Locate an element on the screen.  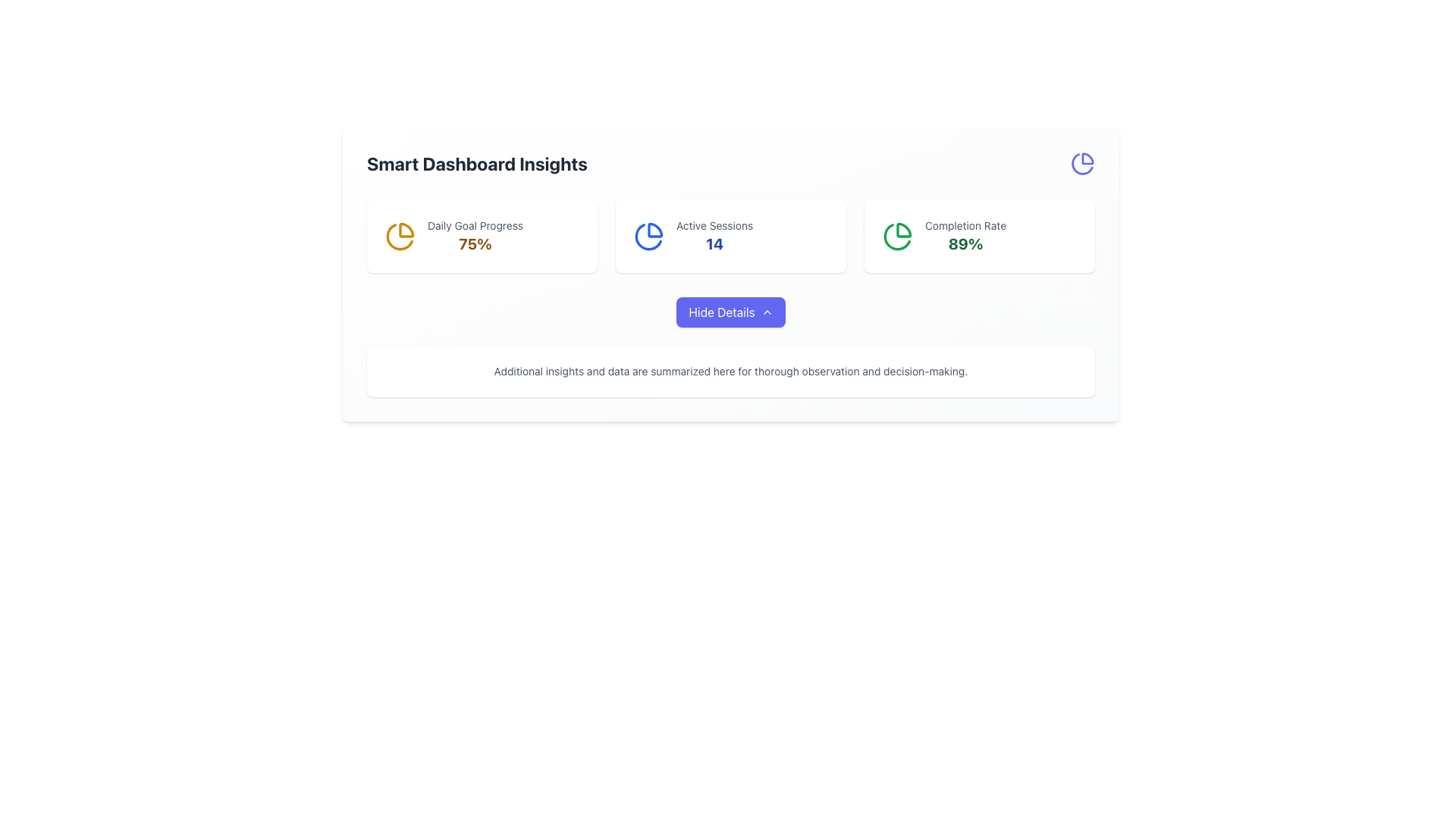
the Decorative icon - pie chart representing the 'Daily Goal Progress' metric located at the top-left corner of the 'Daily Goal Progress 75%' card is located at coordinates (400, 237).